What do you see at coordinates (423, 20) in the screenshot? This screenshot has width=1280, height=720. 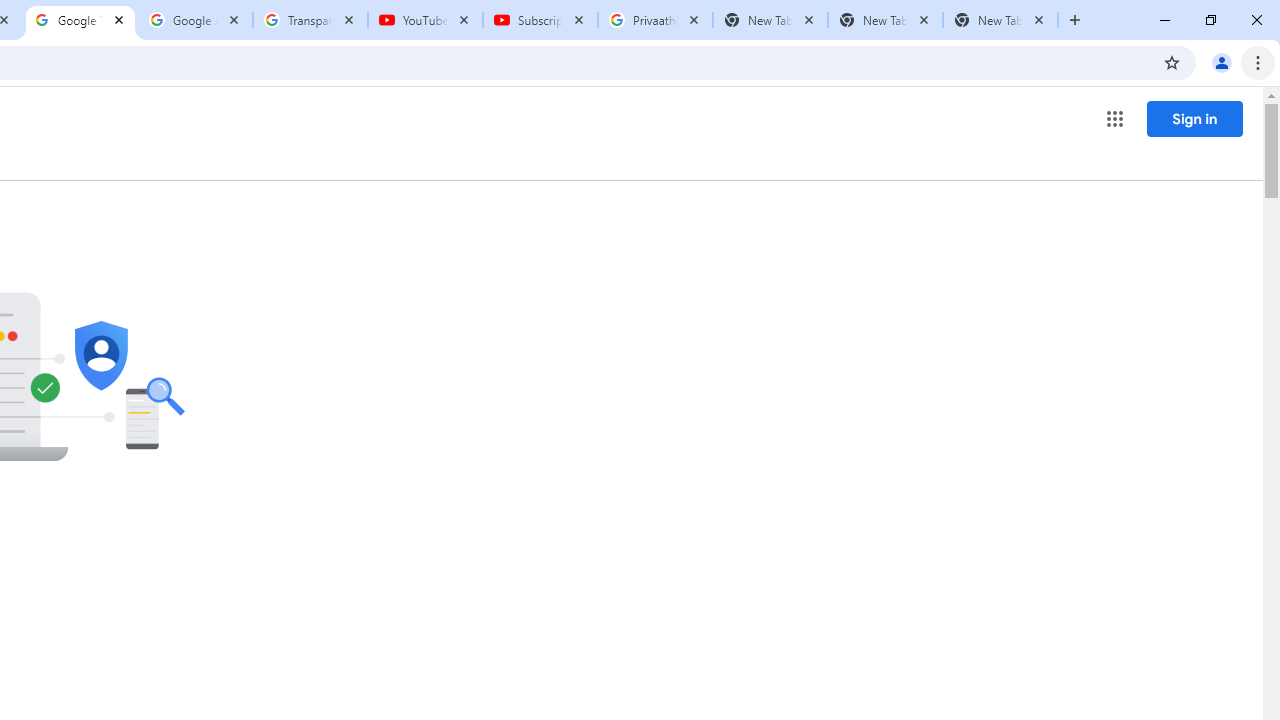 I see `'YouTube'` at bounding box center [423, 20].